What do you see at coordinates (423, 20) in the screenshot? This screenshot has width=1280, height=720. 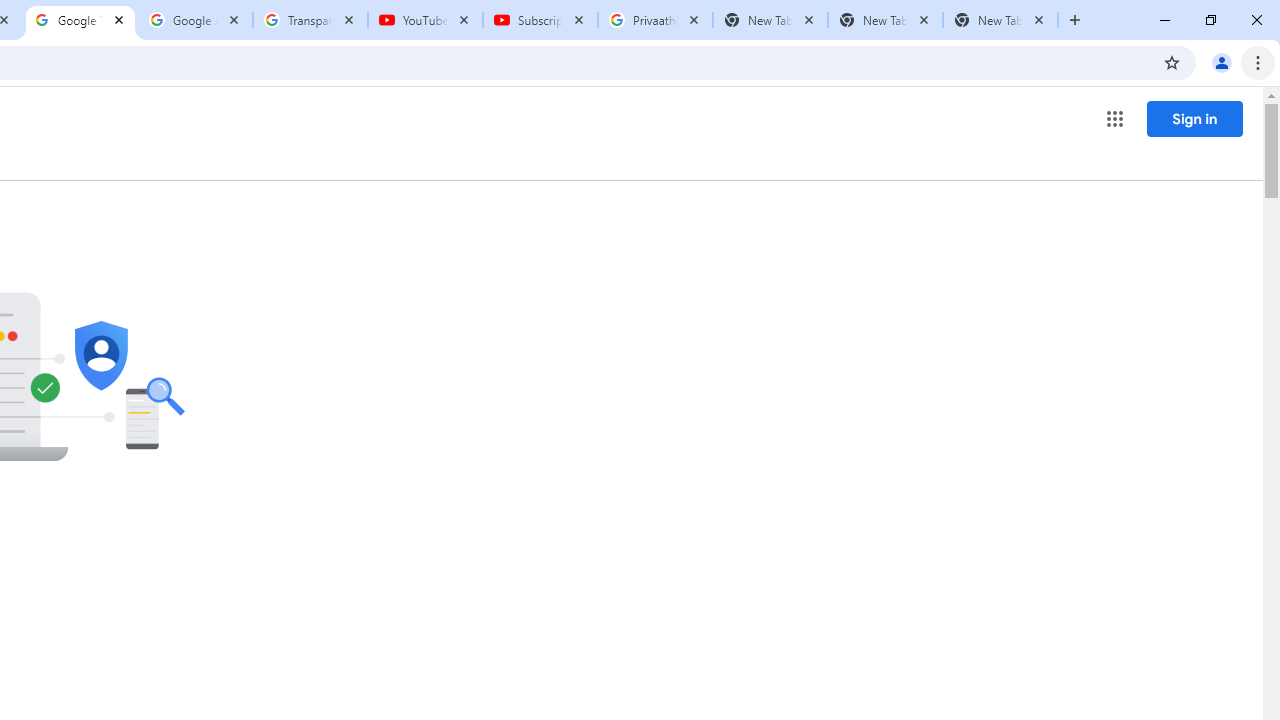 I see `'YouTube'` at bounding box center [423, 20].